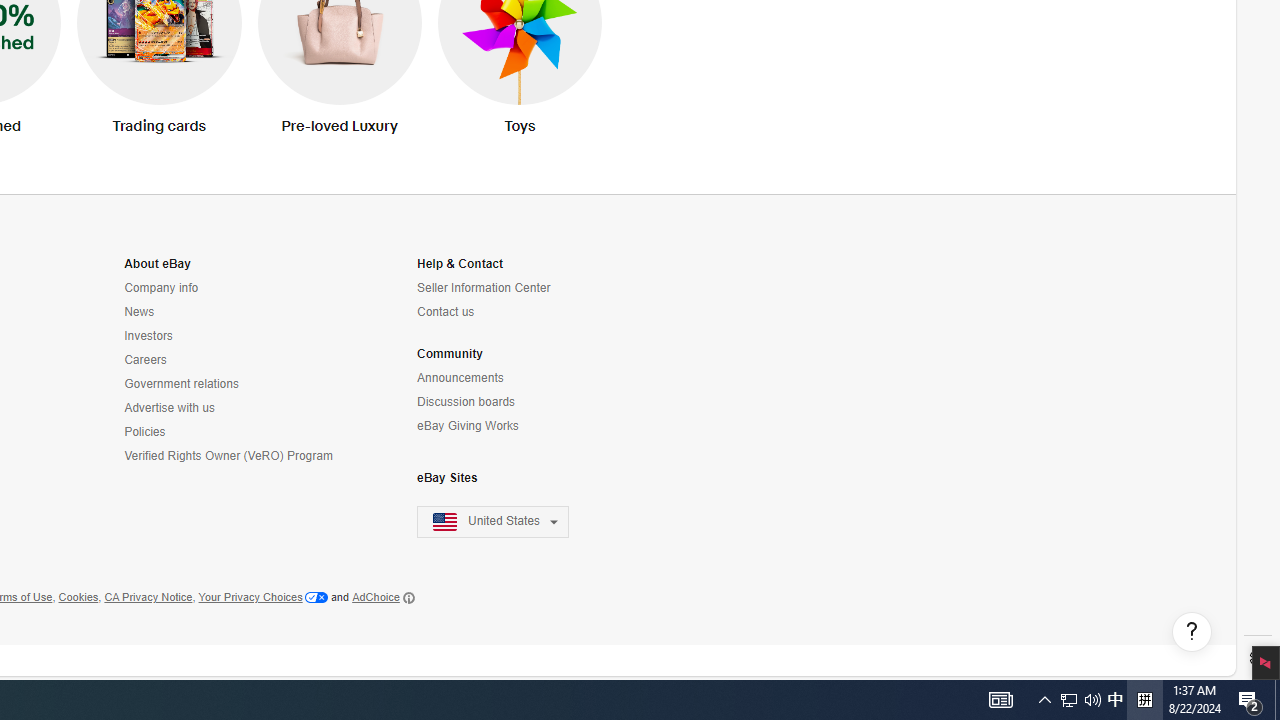  I want to click on 'Company info', so click(161, 288).